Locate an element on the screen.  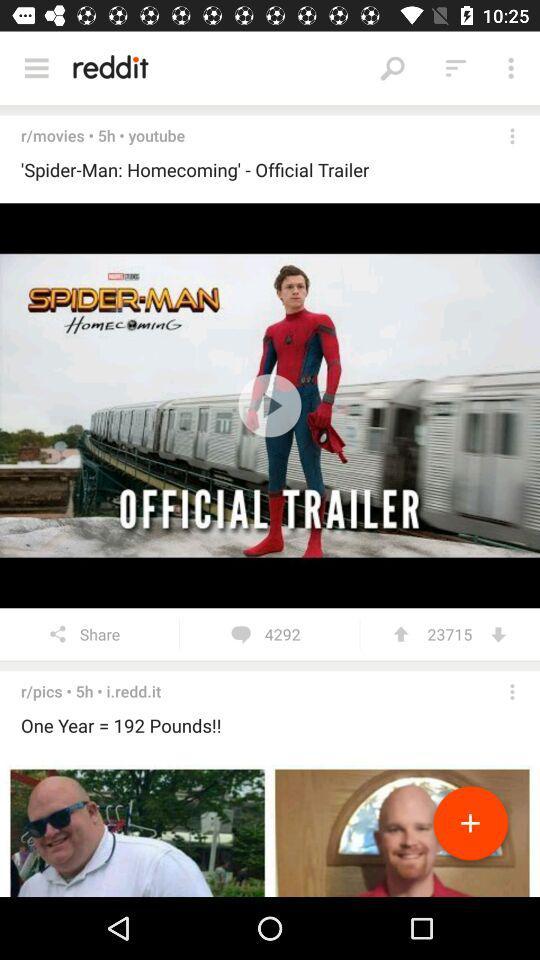
a menu button with a list of more options is located at coordinates (36, 68).